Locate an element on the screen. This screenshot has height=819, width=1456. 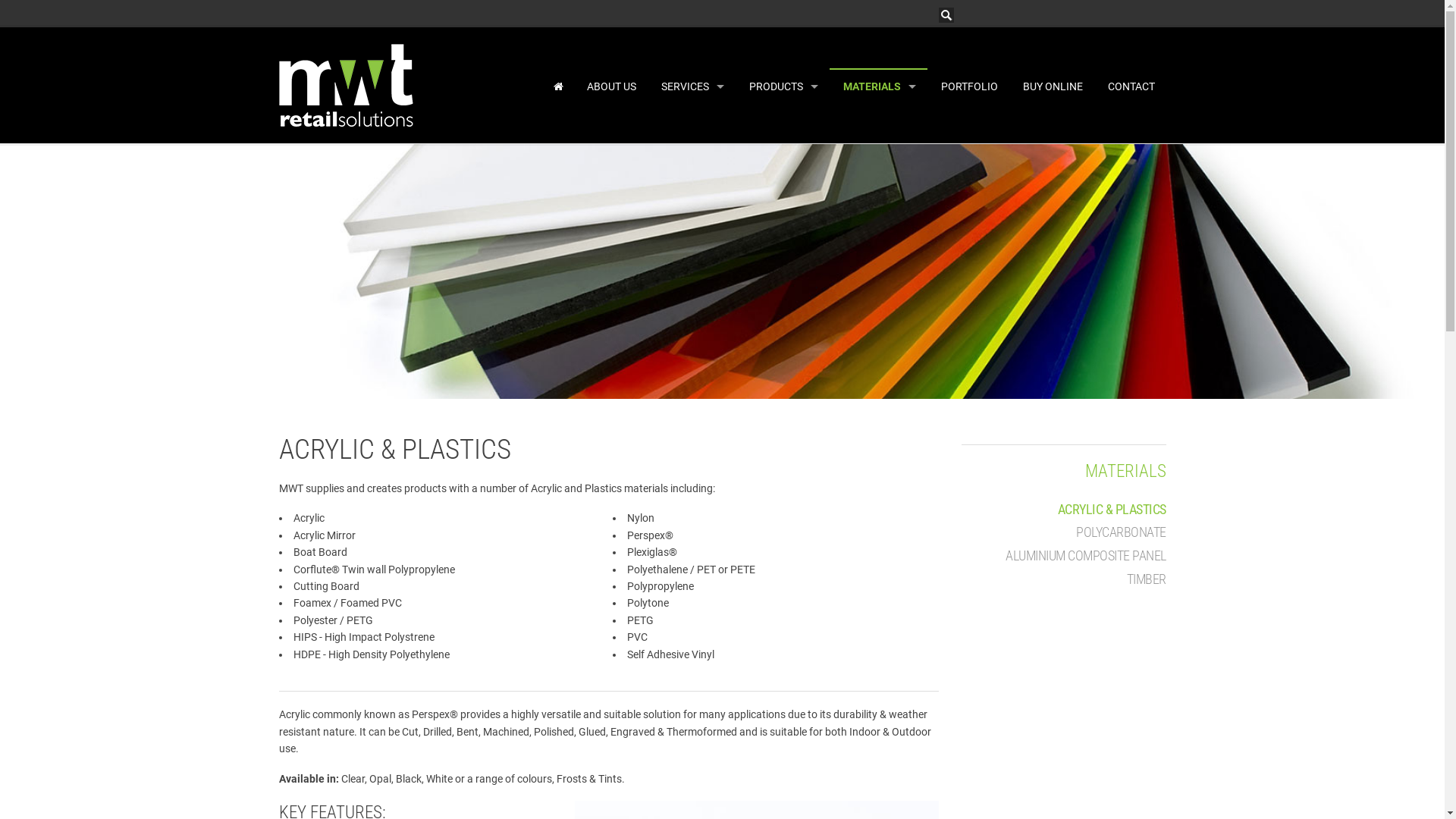
'PORTFOLIO' is located at coordinates (967, 86).